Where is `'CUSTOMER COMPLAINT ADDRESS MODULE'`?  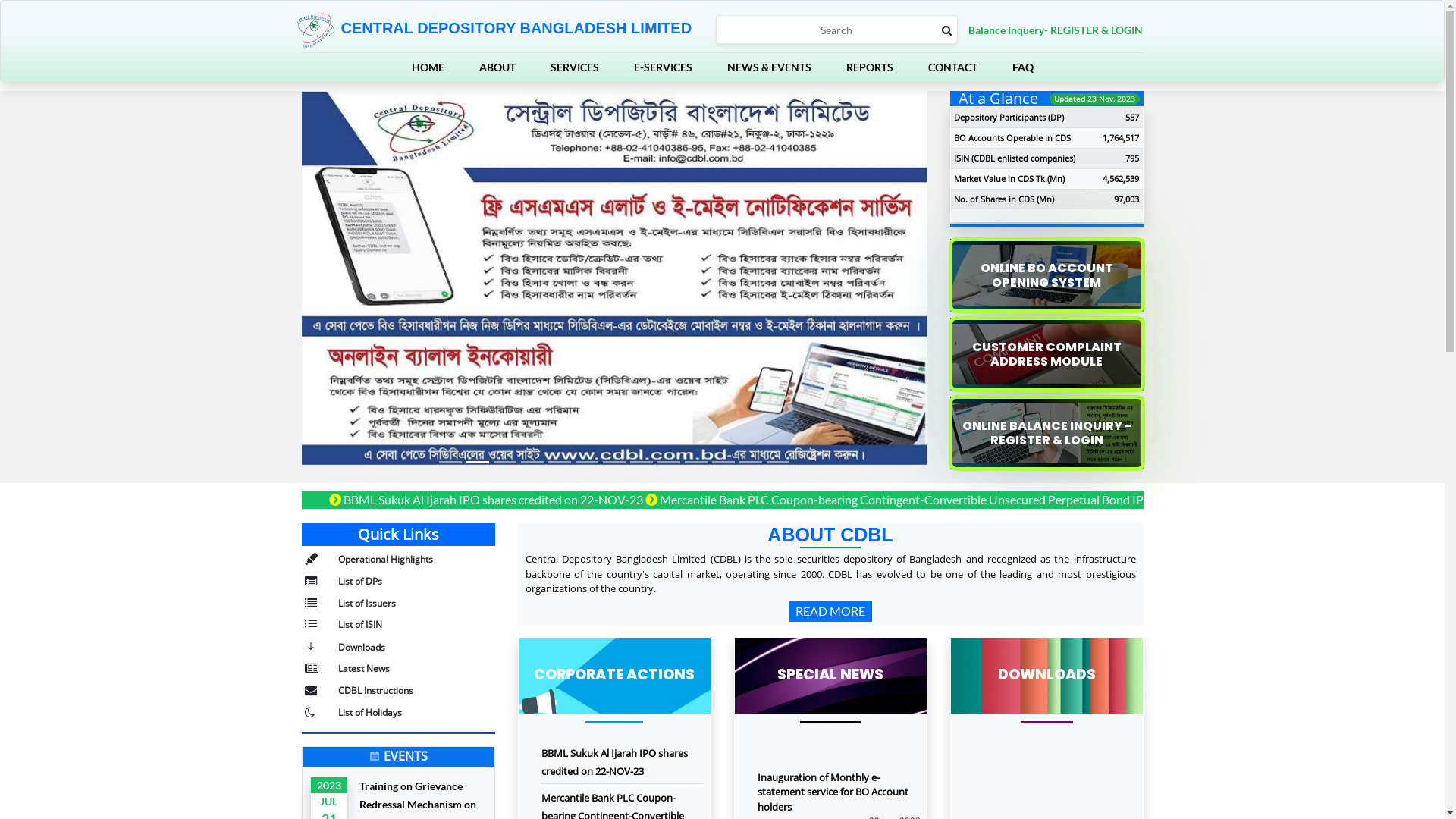 'CUSTOMER COMPLAINT ADDRESS MODULE' is located at coordinates (949, 353).